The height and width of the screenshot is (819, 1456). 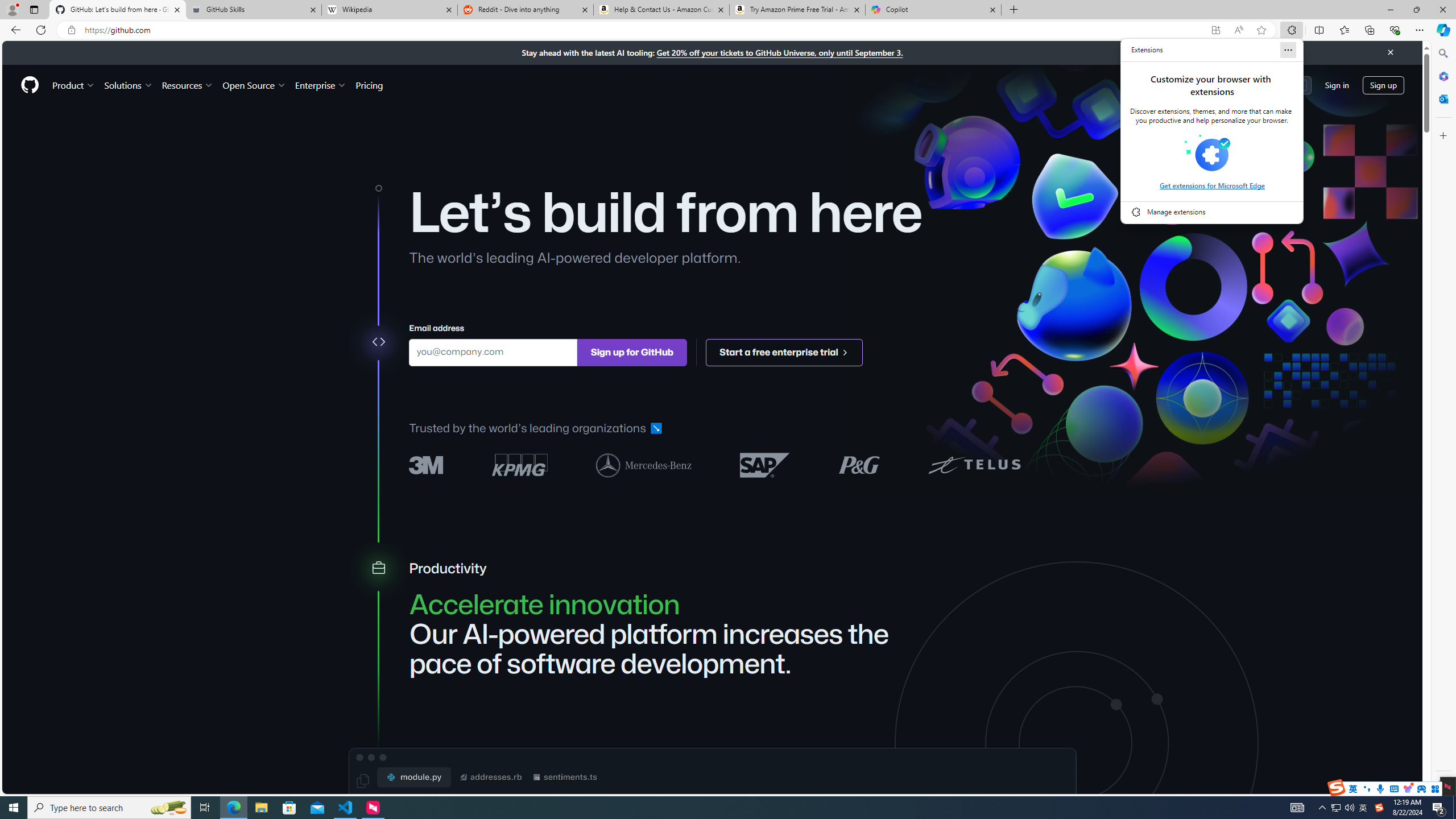 What do you see at coordinates (1454, 806) in the screenshot?
I see `'Show desktop'` at bounding box center [1454, 806].